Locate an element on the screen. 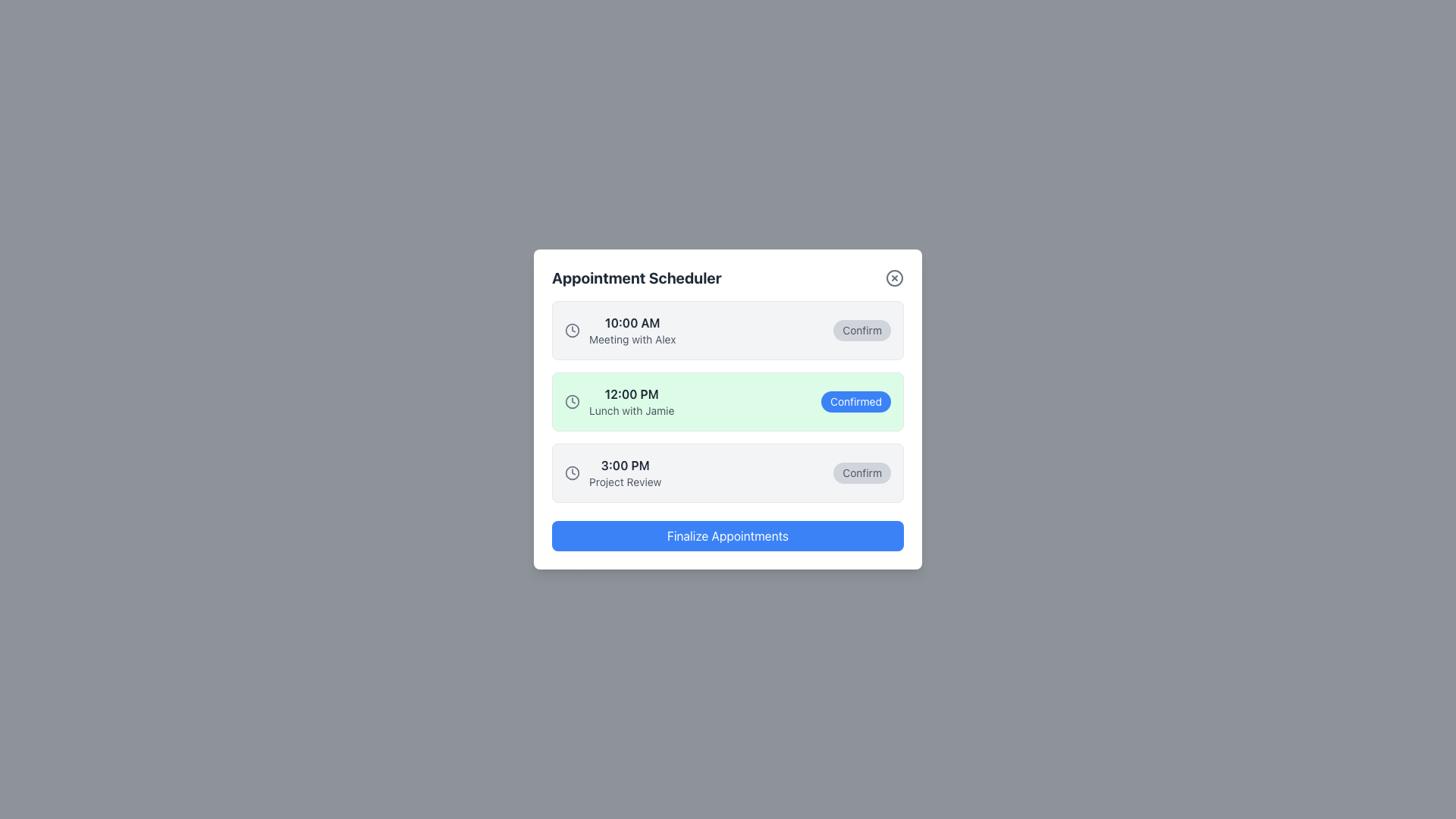 This screenshot has width=1456, height=819. the static text element displaying '3:00 PM' with the subtitle 'Project Review', located in the third row of the appointment scheduling interface, to the left of the 'Confirm' button is located at coordinates (613, 472).